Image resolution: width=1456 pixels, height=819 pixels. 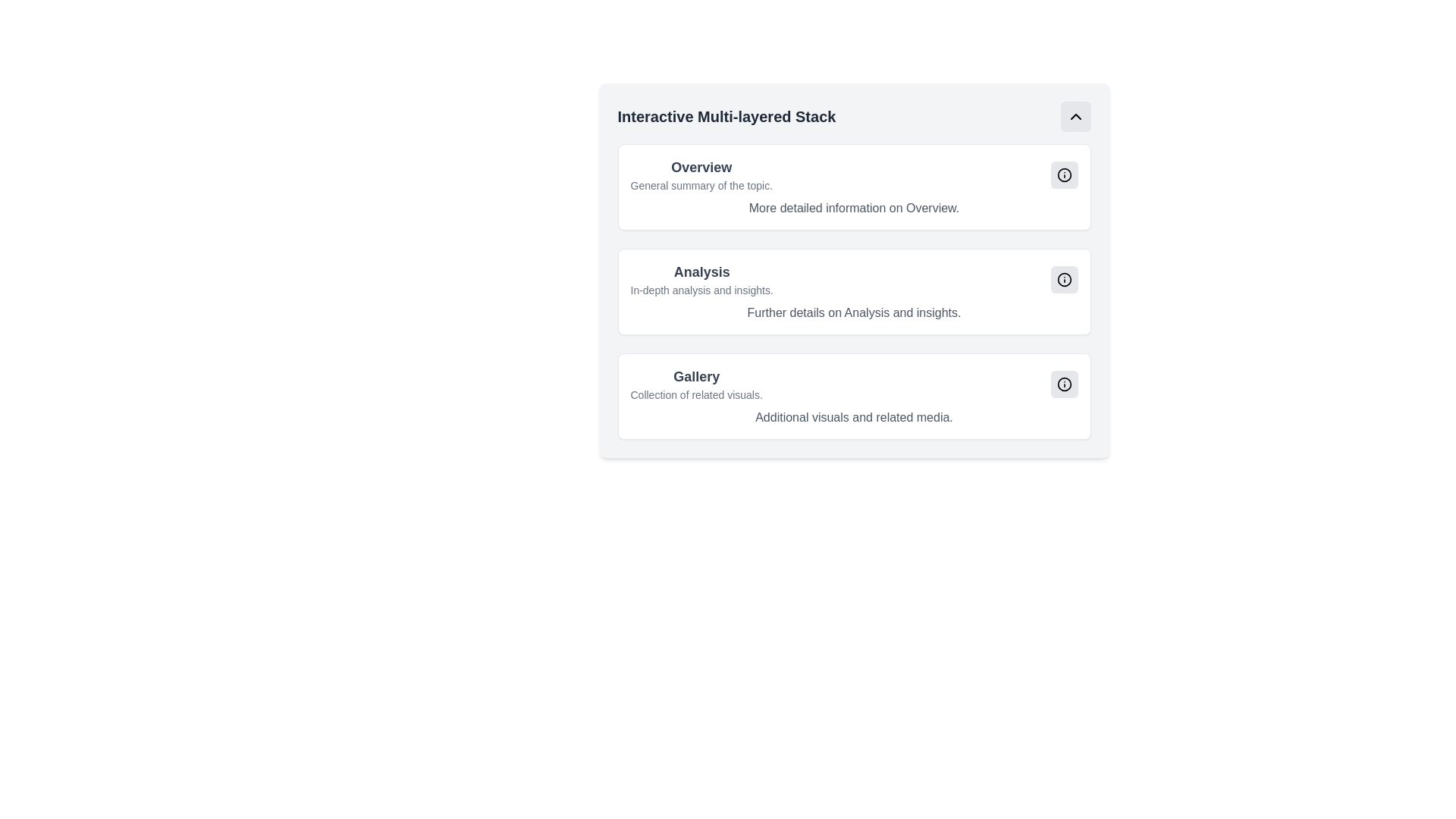 What do you see at coordinates (854, 186) in the screenshot?
I see `the Informational Card titled 'Overview', which summarizes a topic and is the first card in a vertically stacked layout above the 'Analysis' and 'Gallery' cards` at bounding box center [854, 186].